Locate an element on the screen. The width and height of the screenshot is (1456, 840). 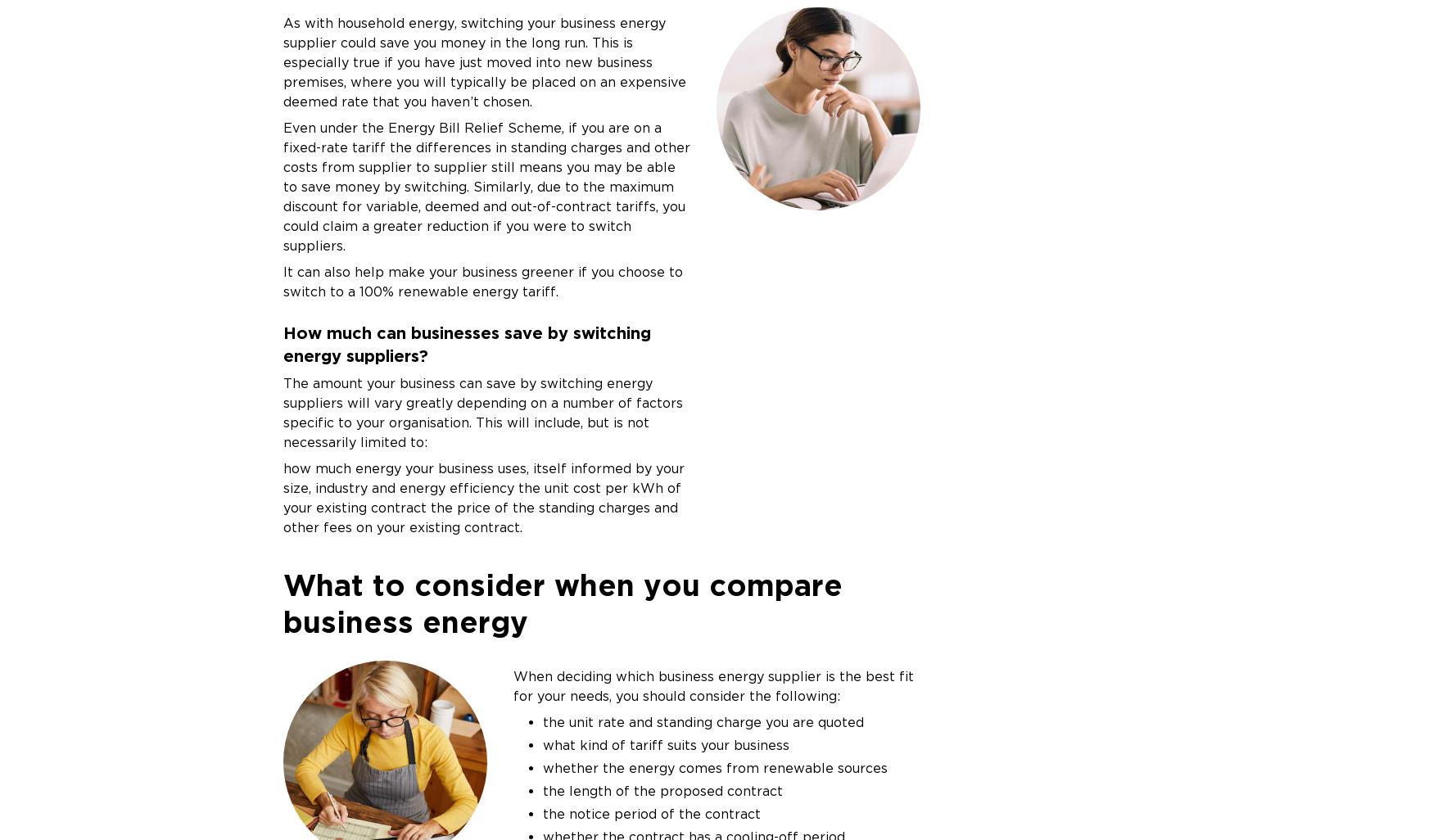
'the notice period of the contract' is located at coordinates (650, 812).